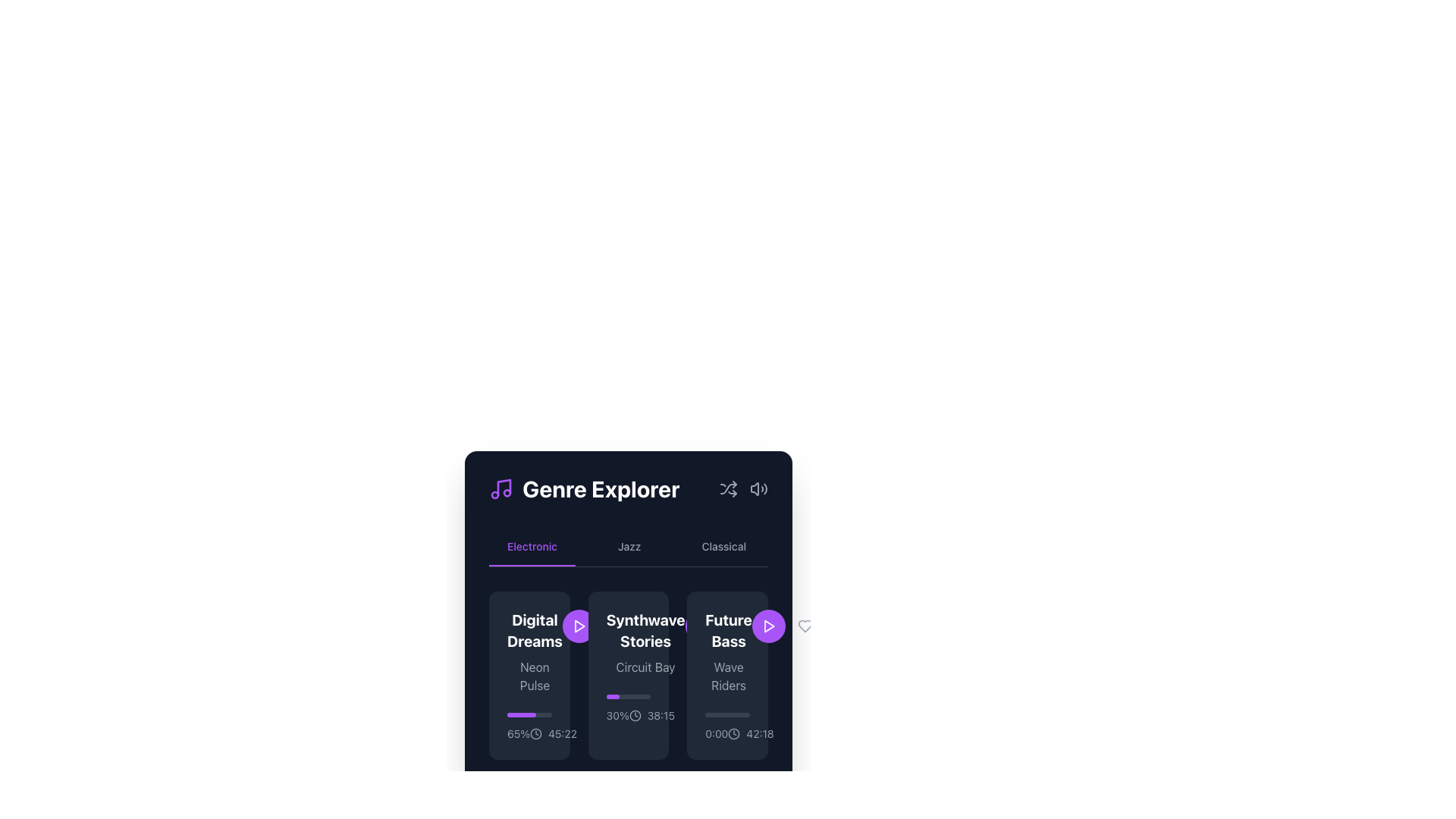 This screenshot has width=1456, height=819. I want to click on the triangular play icon button, which is centered within a circular purple button on the right side of the 'Future Bass' card, so click(578, 626).